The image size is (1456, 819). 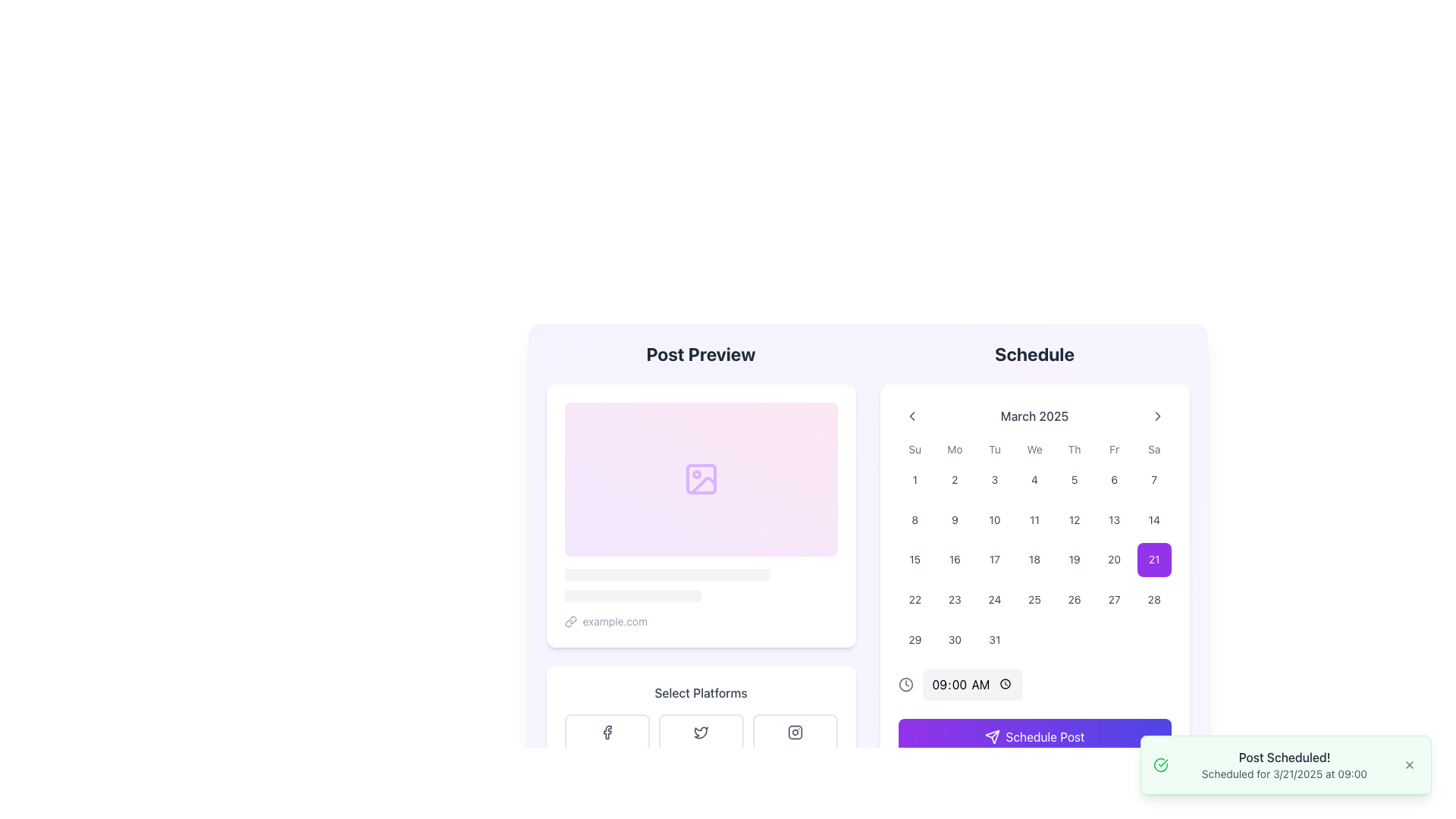 What do you see at coordinates (1034, 449) in the screenshot?
I see `the text label indicating 'Wednesday' in the calendar view, which is the fourth column in the weekday abbreviation header` at bounding box center [1034, 449].